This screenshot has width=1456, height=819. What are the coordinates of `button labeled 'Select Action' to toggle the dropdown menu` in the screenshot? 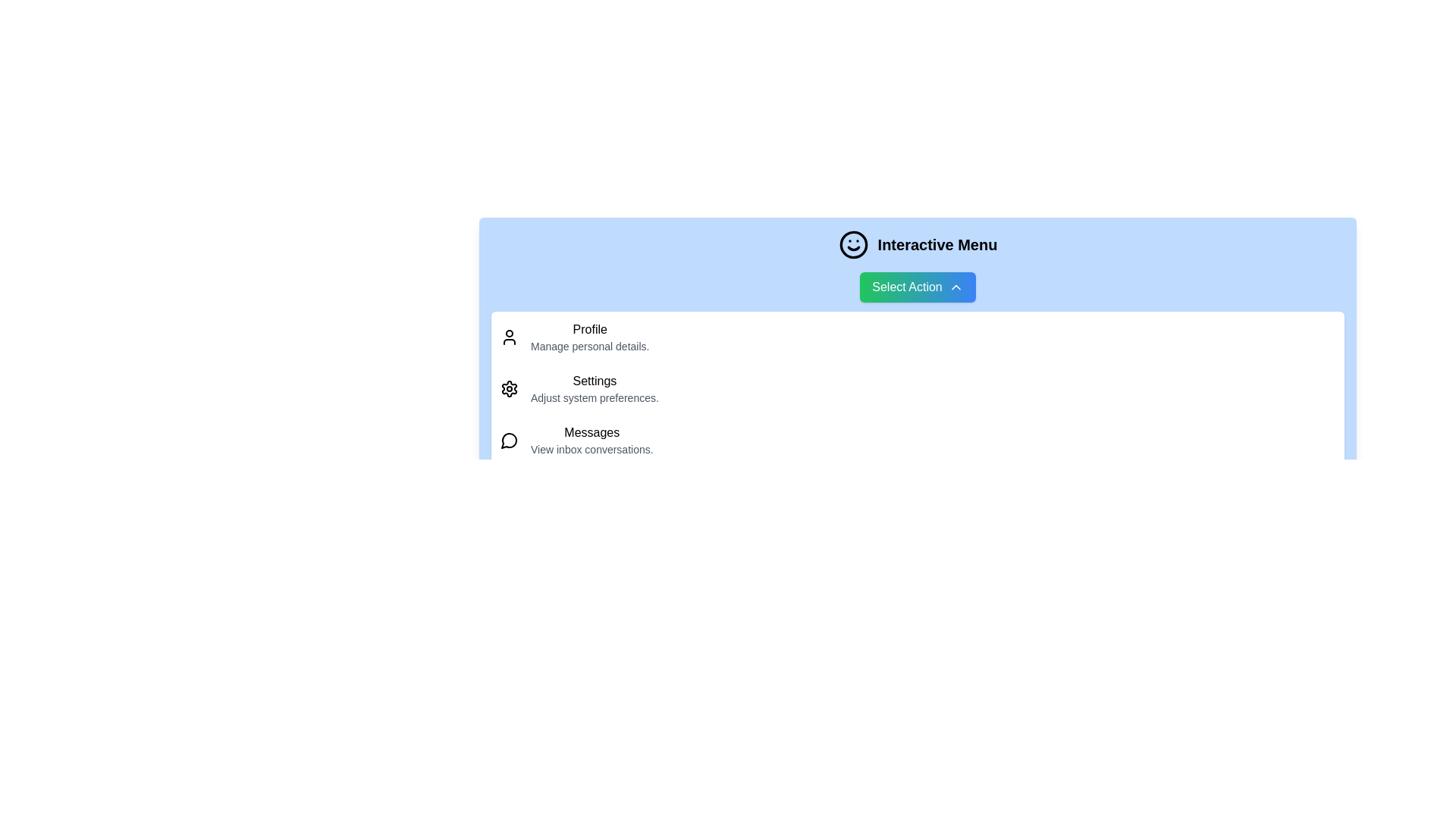 It's located at (917, 287).